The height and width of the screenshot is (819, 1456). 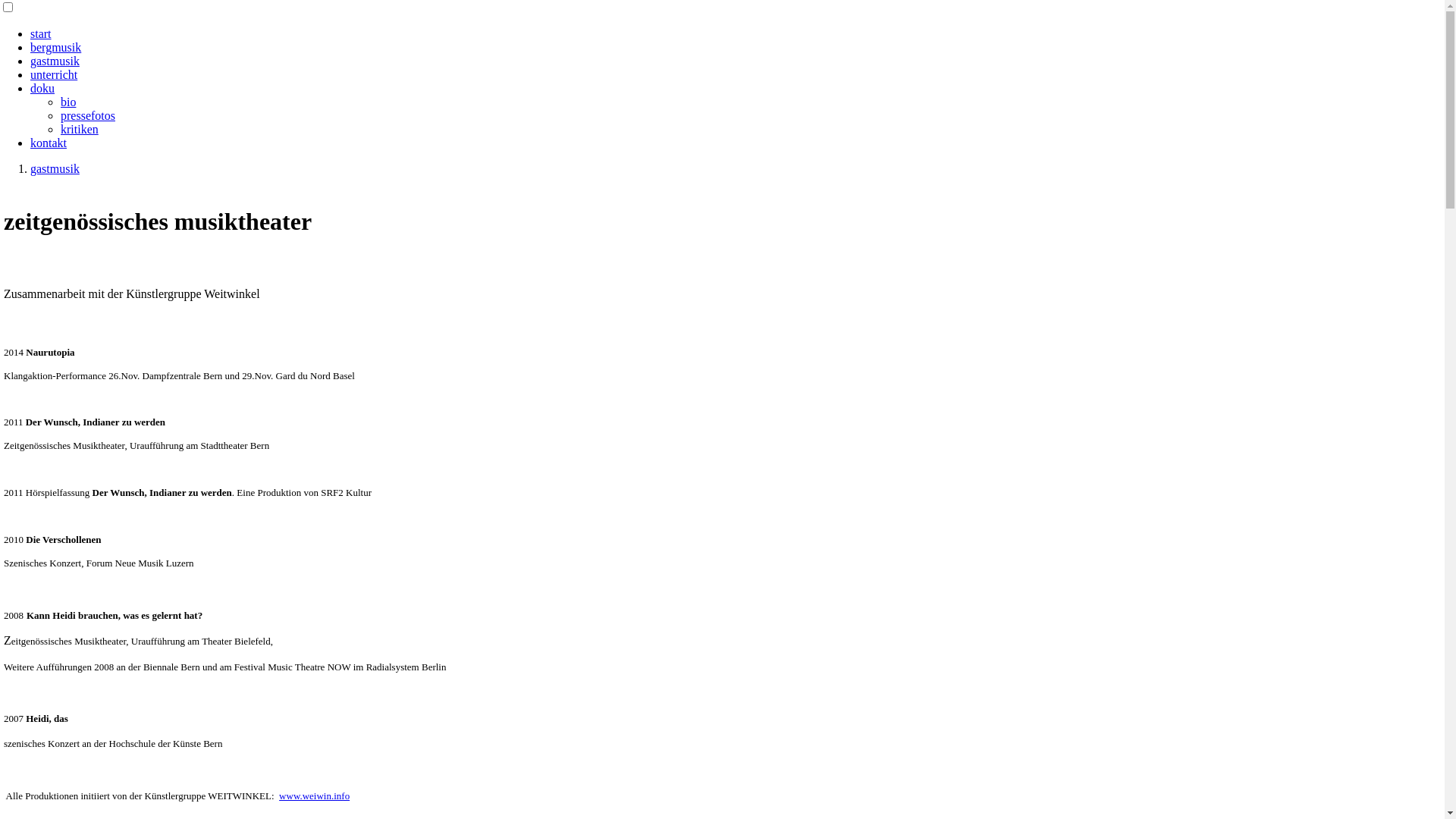 What do you see at coordinates (55, 60) in the screenshot?
I see `'gastmusik'` at bounding box center [55, 60].